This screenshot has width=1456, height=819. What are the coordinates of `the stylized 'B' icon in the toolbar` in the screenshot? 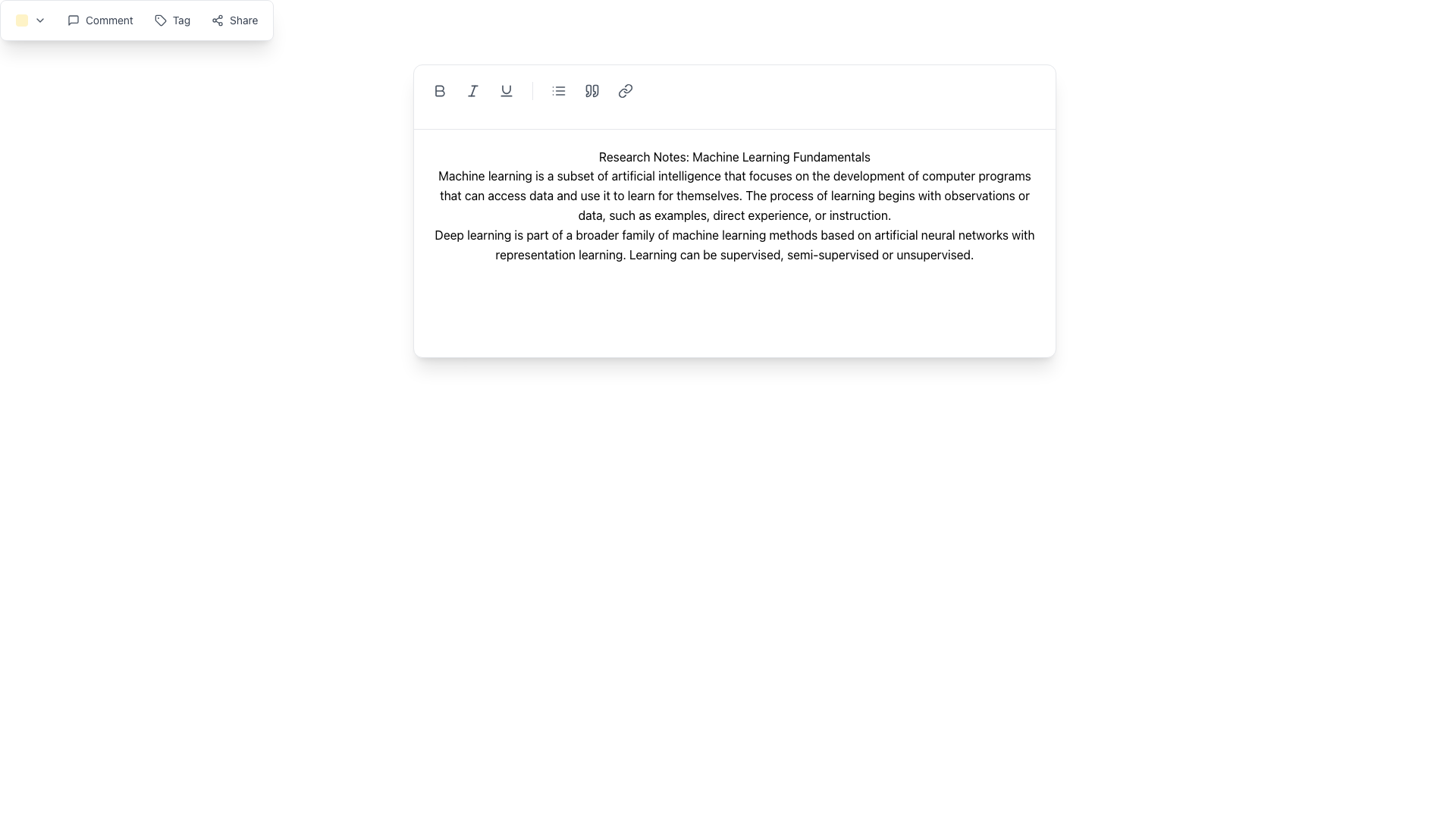 It's located at (439, 90).